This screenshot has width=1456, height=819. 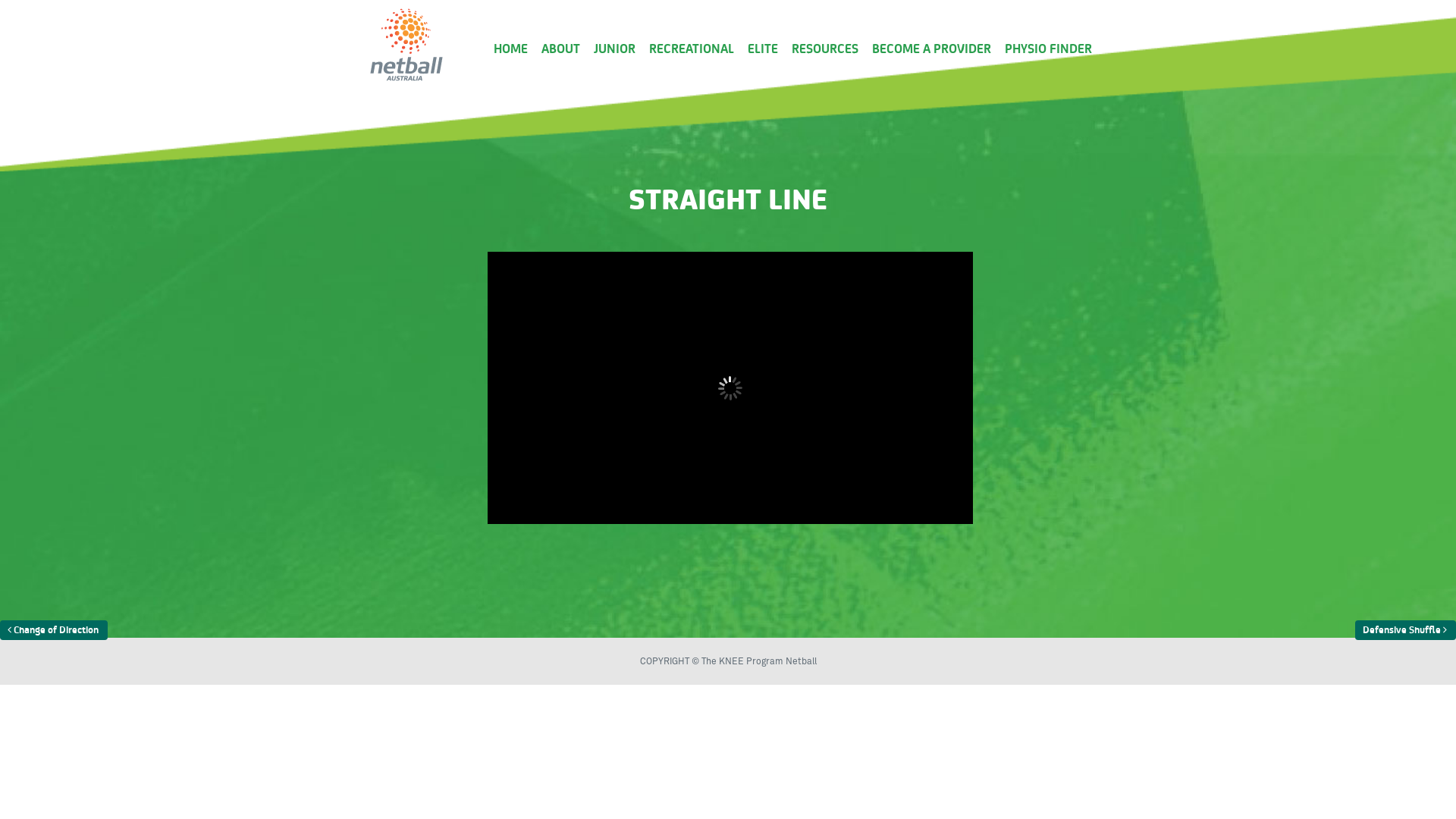 What do you see at coordinates (817, 48) in the screenshot?
I see `'RESOURCES'` at bounding box center [817, 48].